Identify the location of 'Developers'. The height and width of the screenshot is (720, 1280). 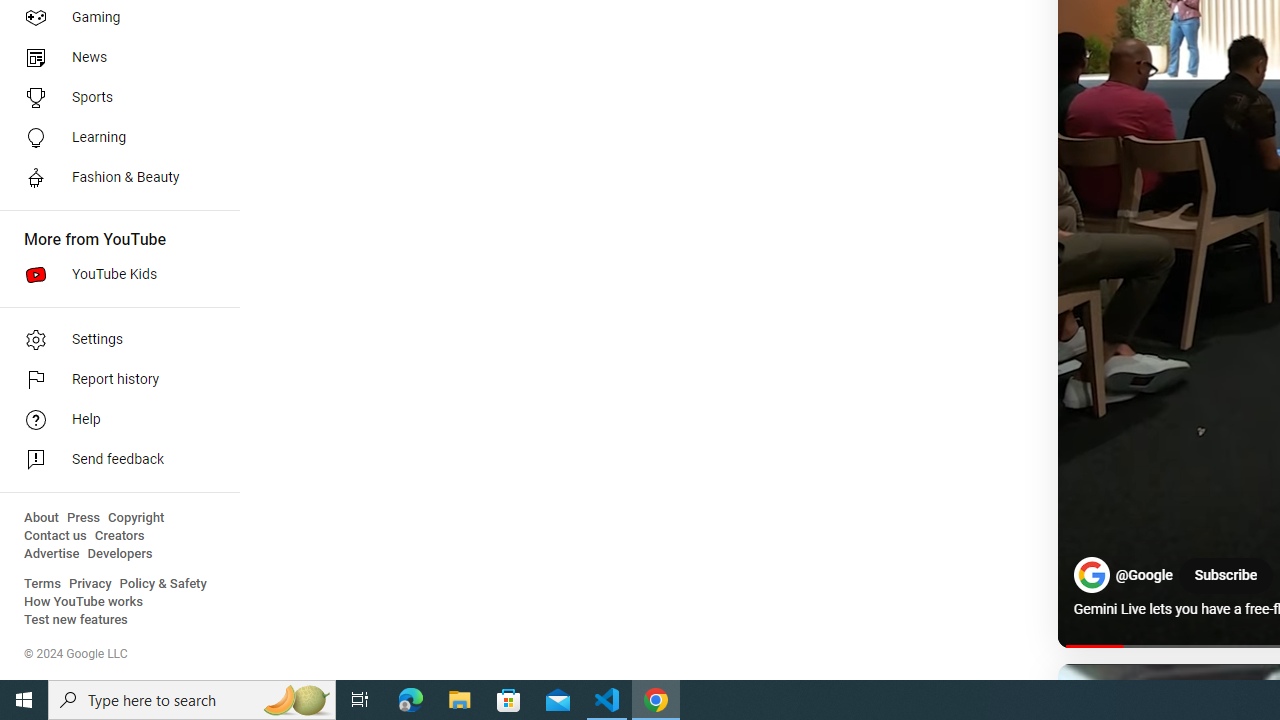
(119, 554).